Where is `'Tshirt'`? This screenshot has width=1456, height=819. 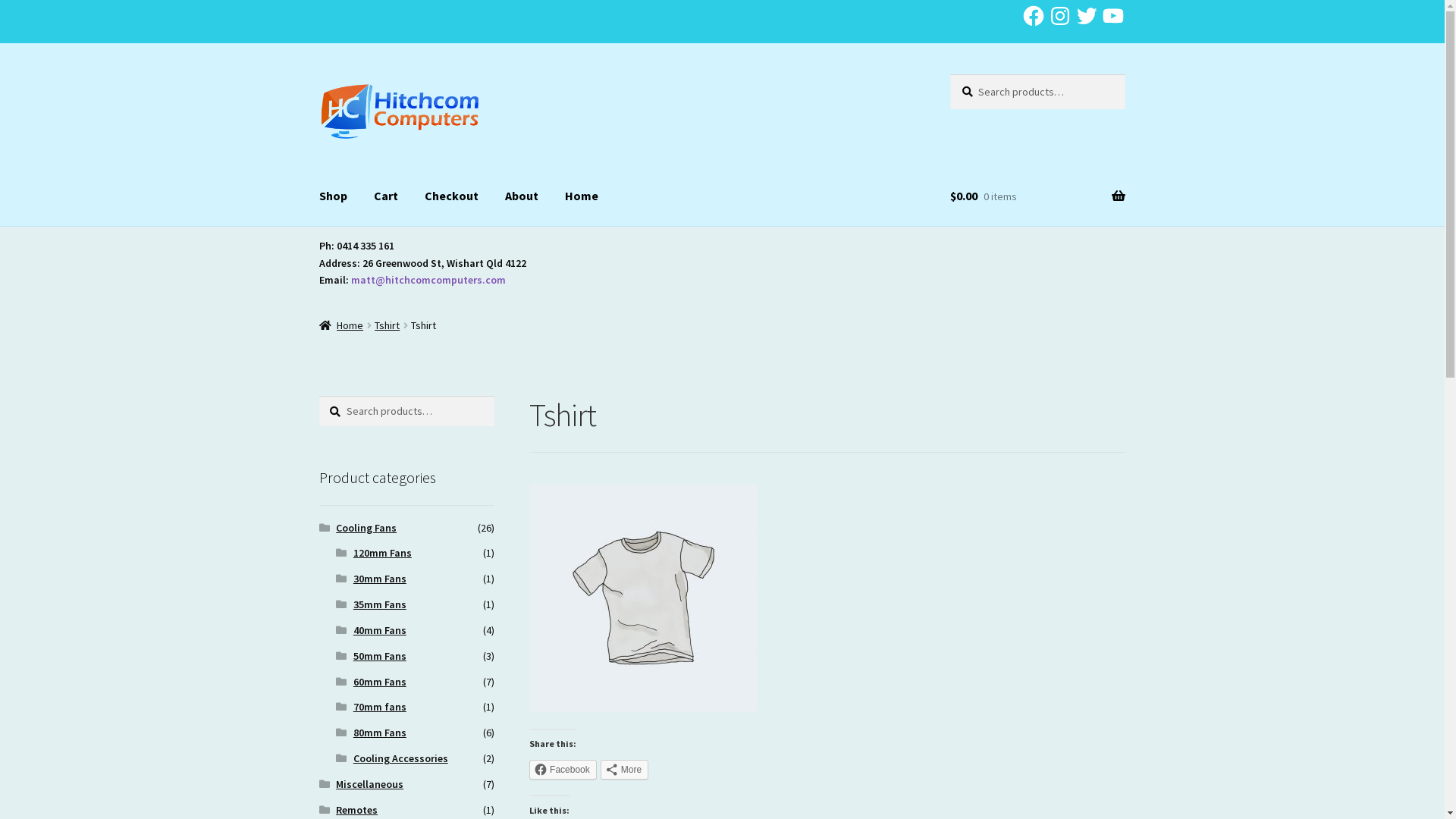
'Tshirt' is located at coordinates (387, 324).